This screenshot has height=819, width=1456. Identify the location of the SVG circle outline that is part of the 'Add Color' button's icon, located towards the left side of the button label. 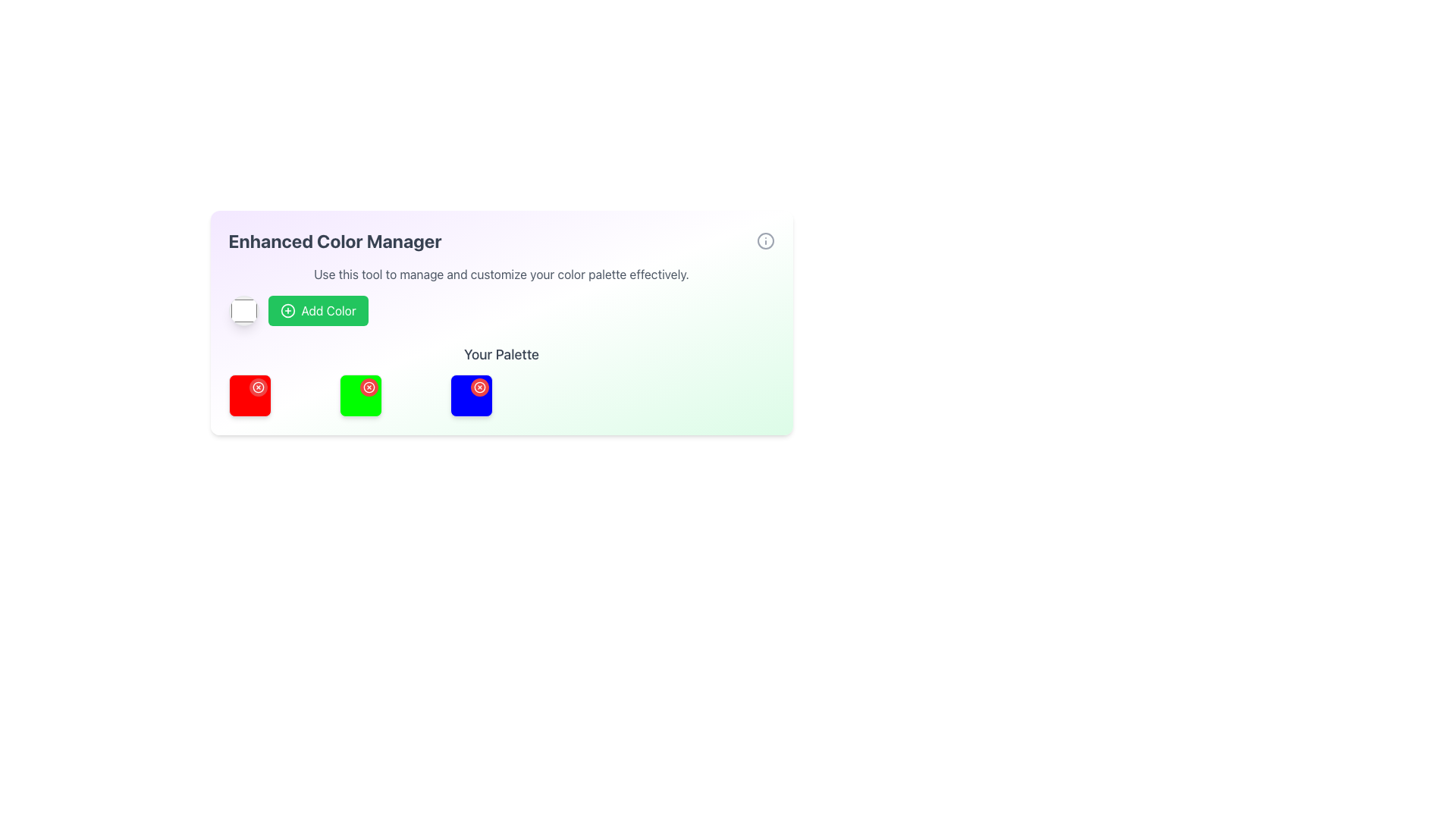
(287, 309).